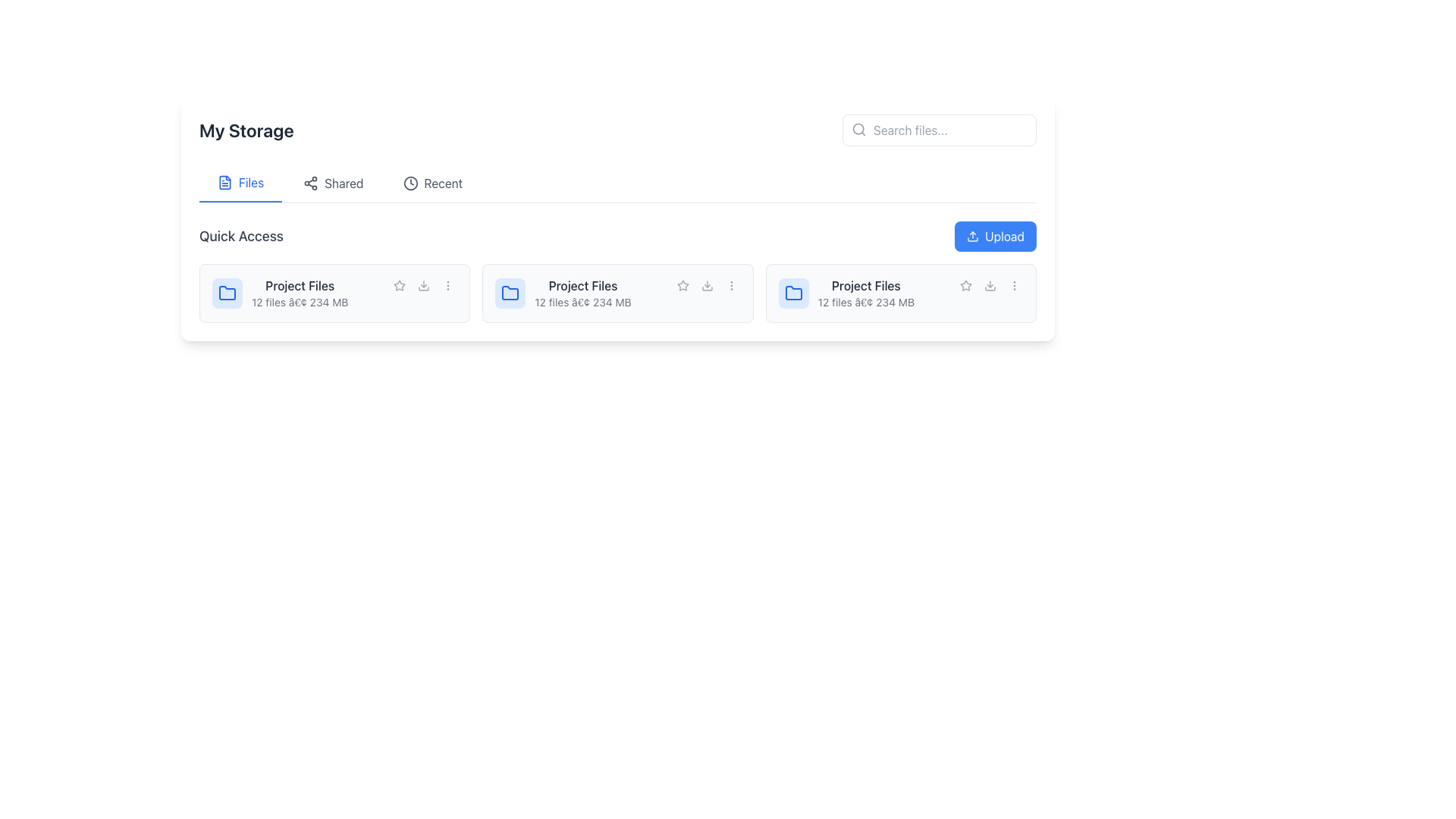  I want to click on the text label that serves as the title for the group of files in the first card of the 'Quick Access' section for navigation, so click(300, 286).